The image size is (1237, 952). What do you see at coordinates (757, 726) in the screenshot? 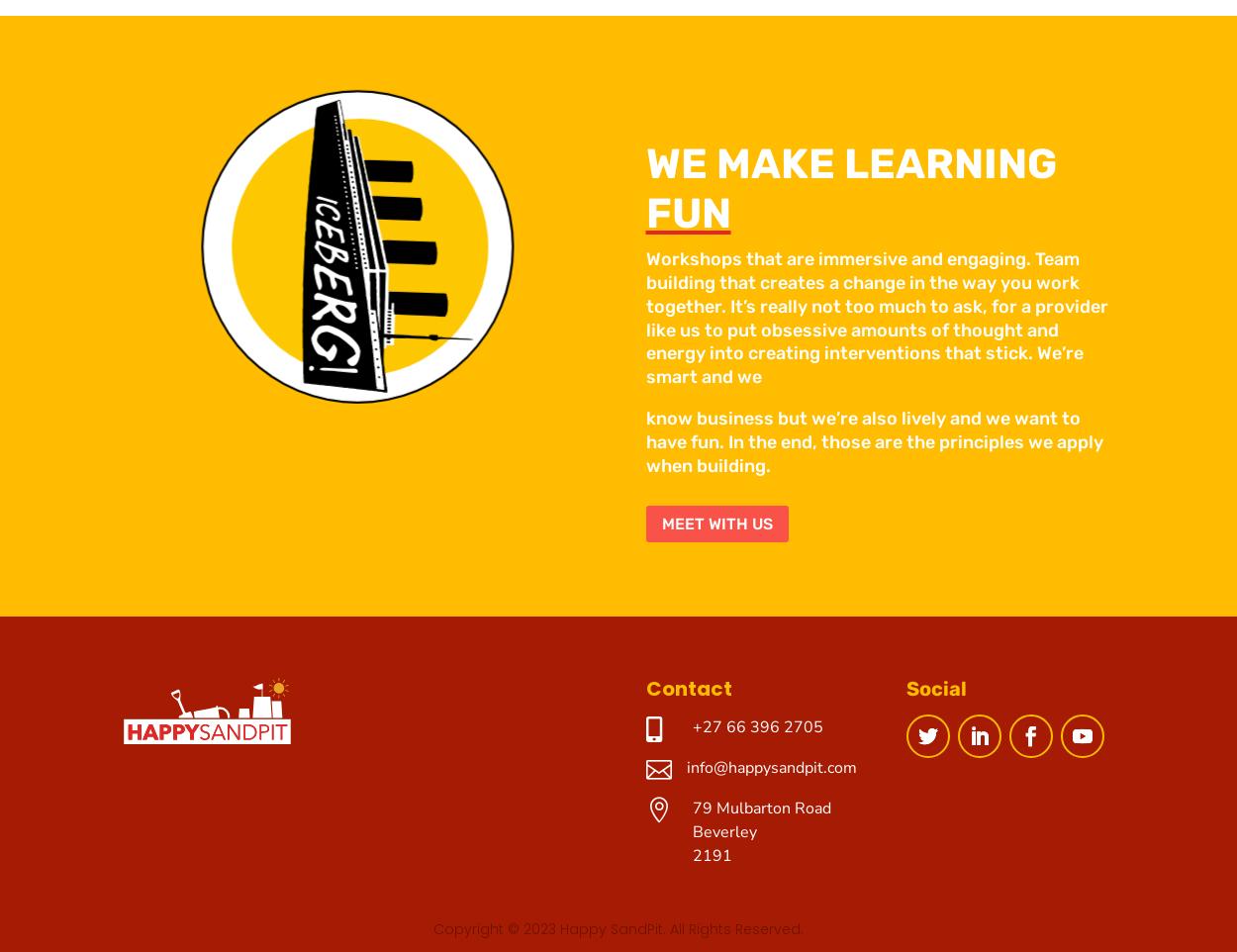
I see `'+27 66 396 2705'` at bounding box center [757, 726].